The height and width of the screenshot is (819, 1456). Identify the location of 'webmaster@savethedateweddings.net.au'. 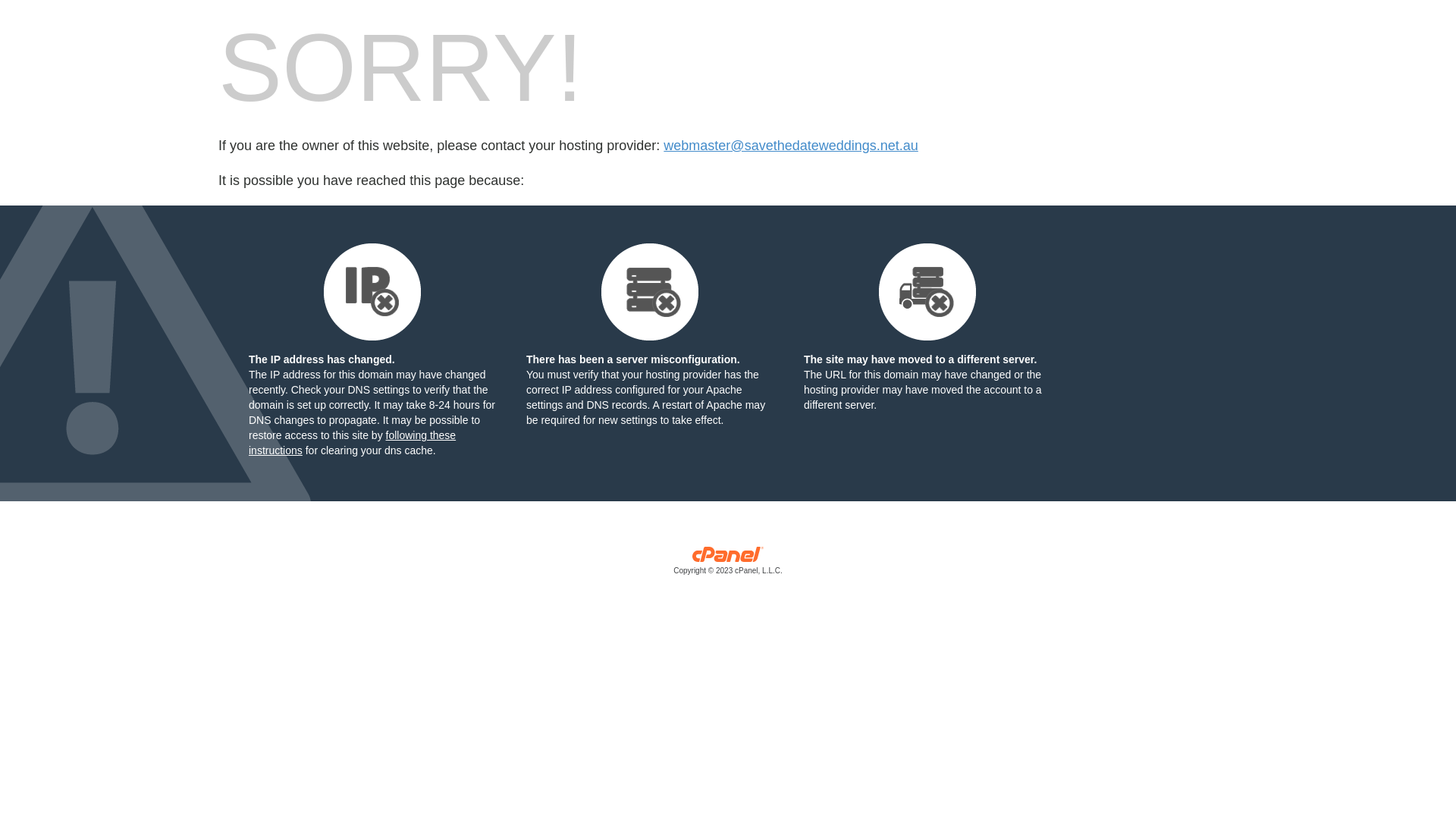
(789, 146).